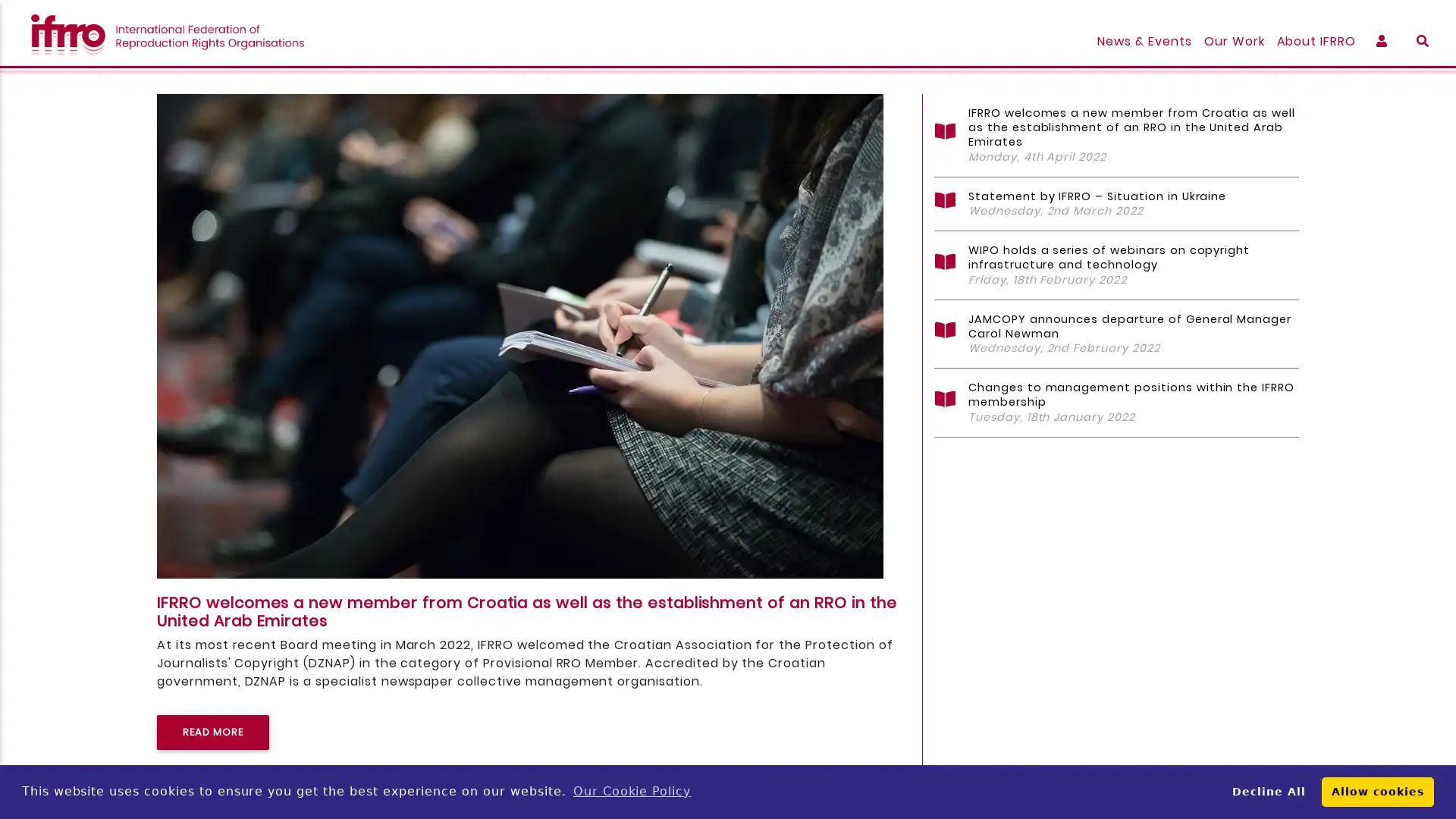  Describe the element at coordinates (632, 791) in the screenshot. I see `learn more about cookies` at that location.